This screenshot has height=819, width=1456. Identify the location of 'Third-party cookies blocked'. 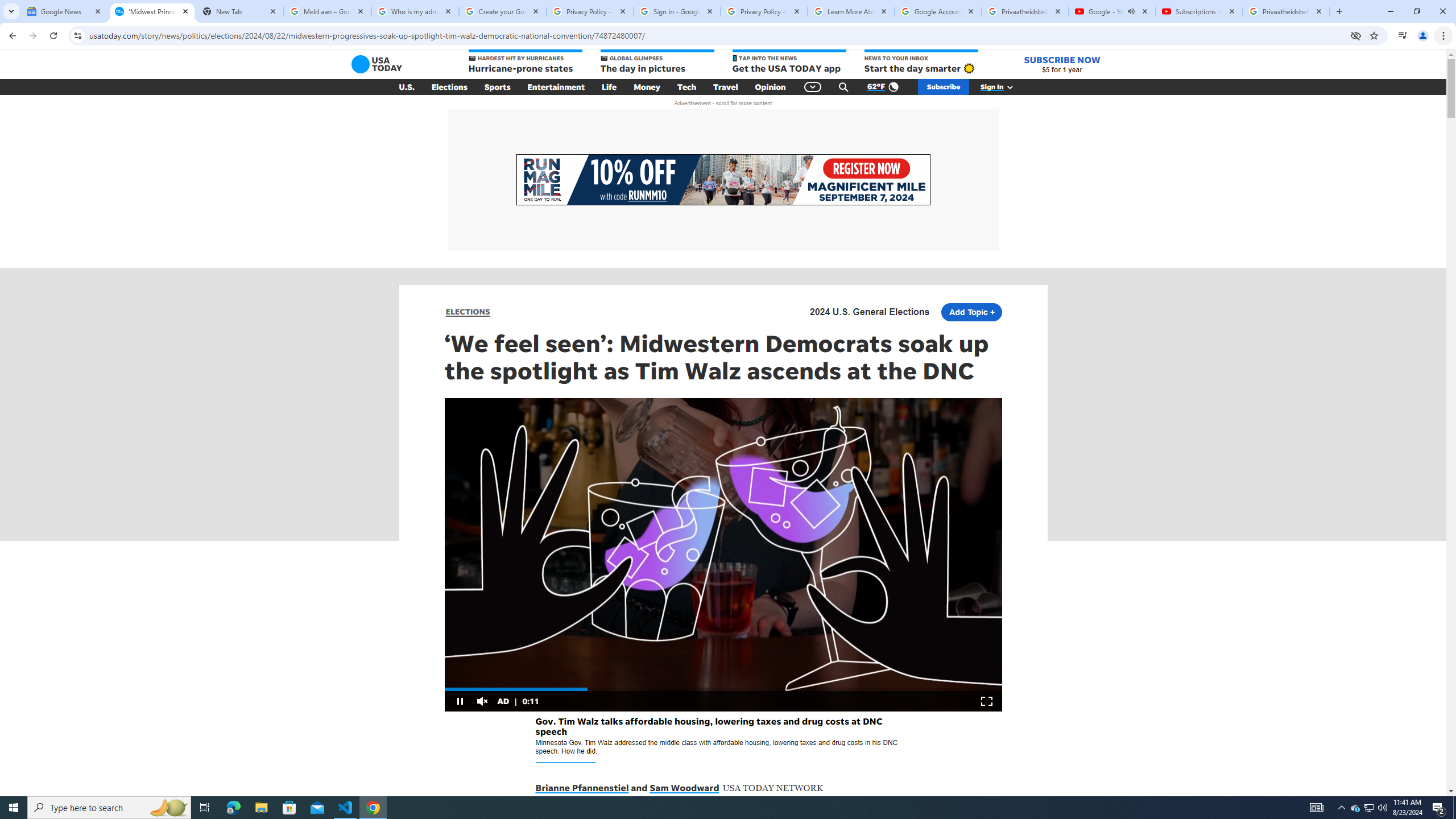
(1356, 35).